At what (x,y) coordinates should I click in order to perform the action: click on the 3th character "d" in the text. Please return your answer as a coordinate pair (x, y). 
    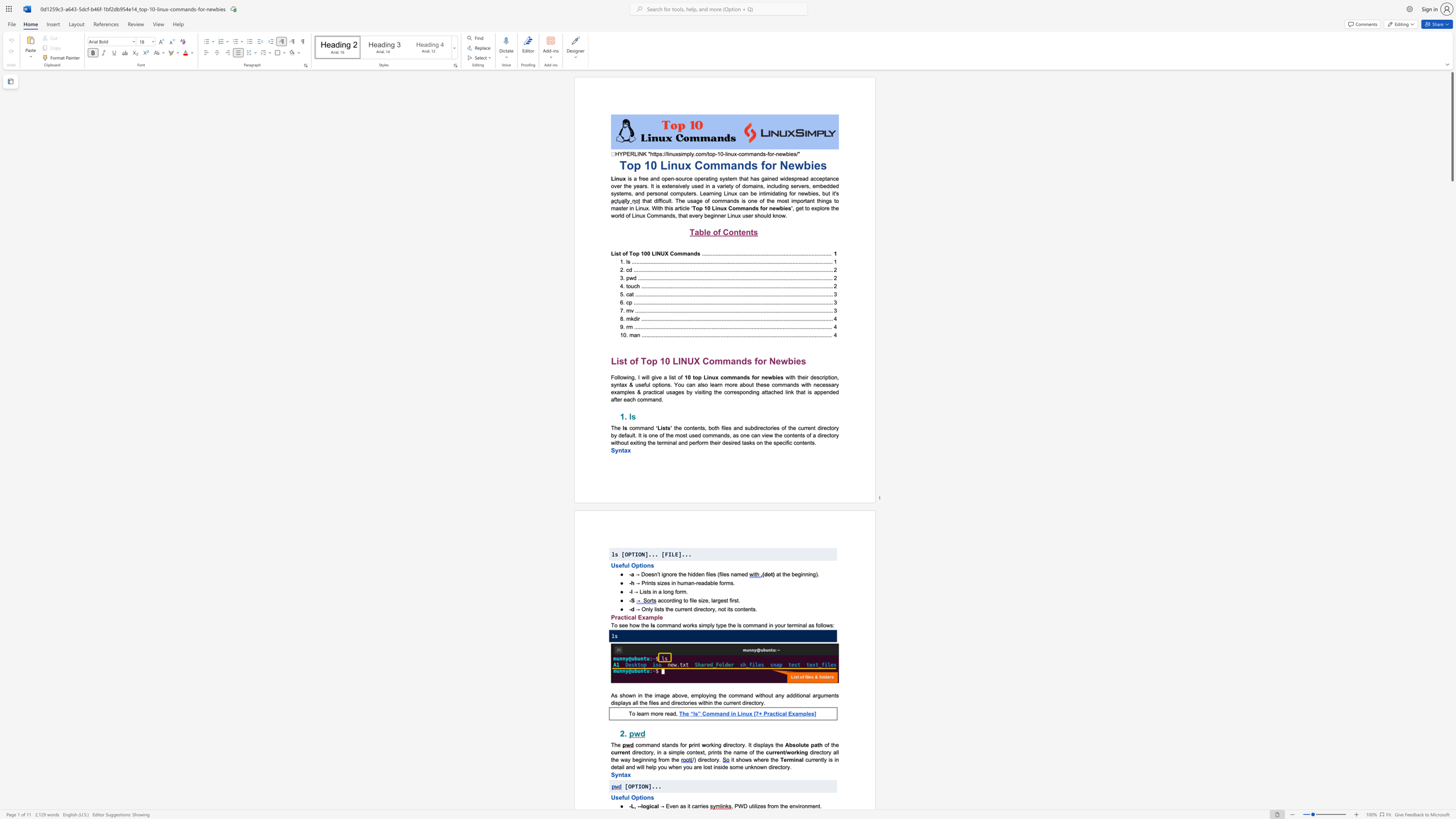
    Looking at the image, I should click on (746, 573).